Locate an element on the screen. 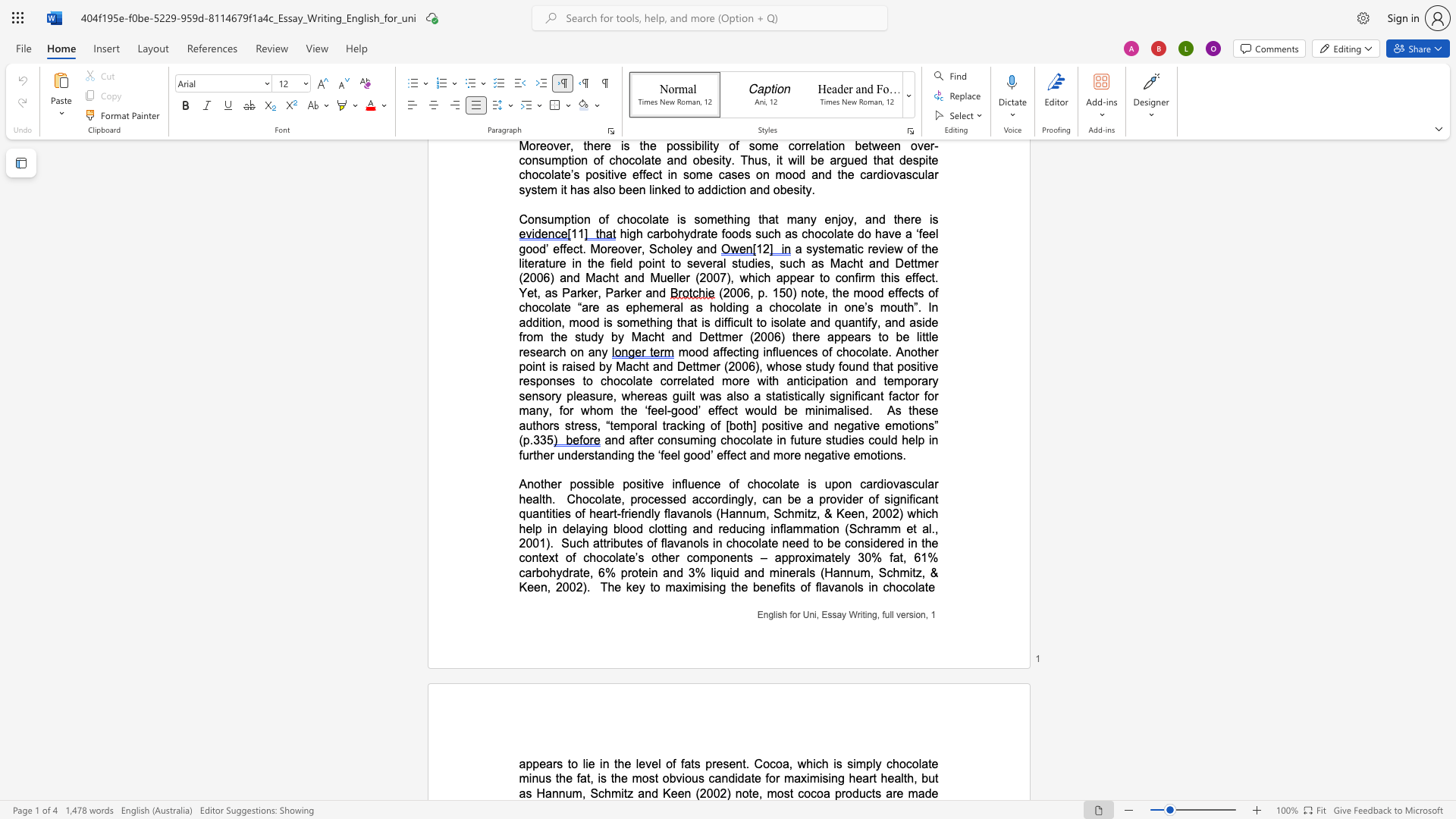  the space between the continuous character "o" and "n" in the text is located at coordinates (844, 484).